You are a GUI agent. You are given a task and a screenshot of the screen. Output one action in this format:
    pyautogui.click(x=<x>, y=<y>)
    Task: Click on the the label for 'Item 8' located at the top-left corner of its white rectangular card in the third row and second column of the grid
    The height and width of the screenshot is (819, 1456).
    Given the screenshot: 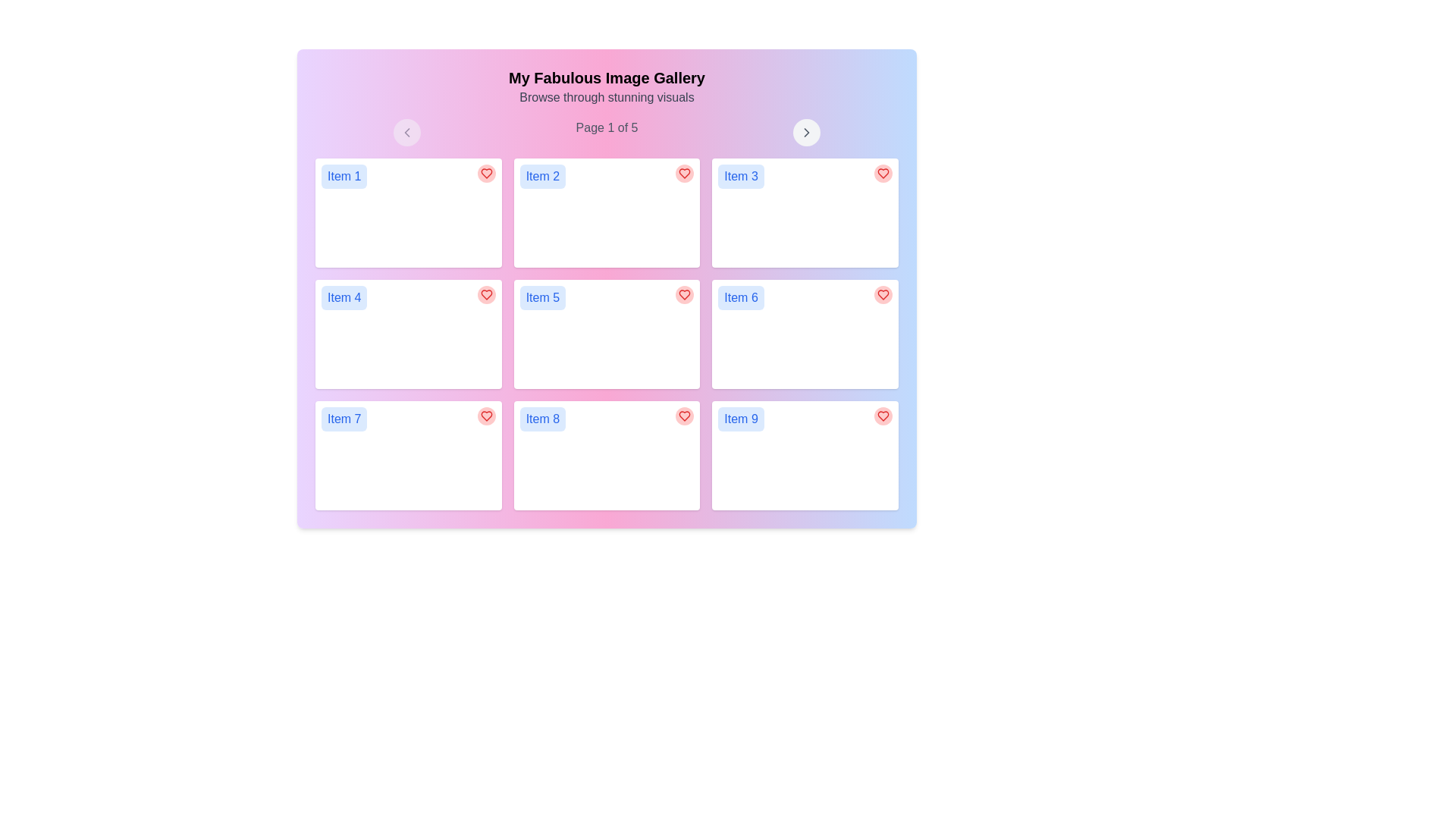 What is the action you would take?
    pyautogui.click(x=542, y=419)
    